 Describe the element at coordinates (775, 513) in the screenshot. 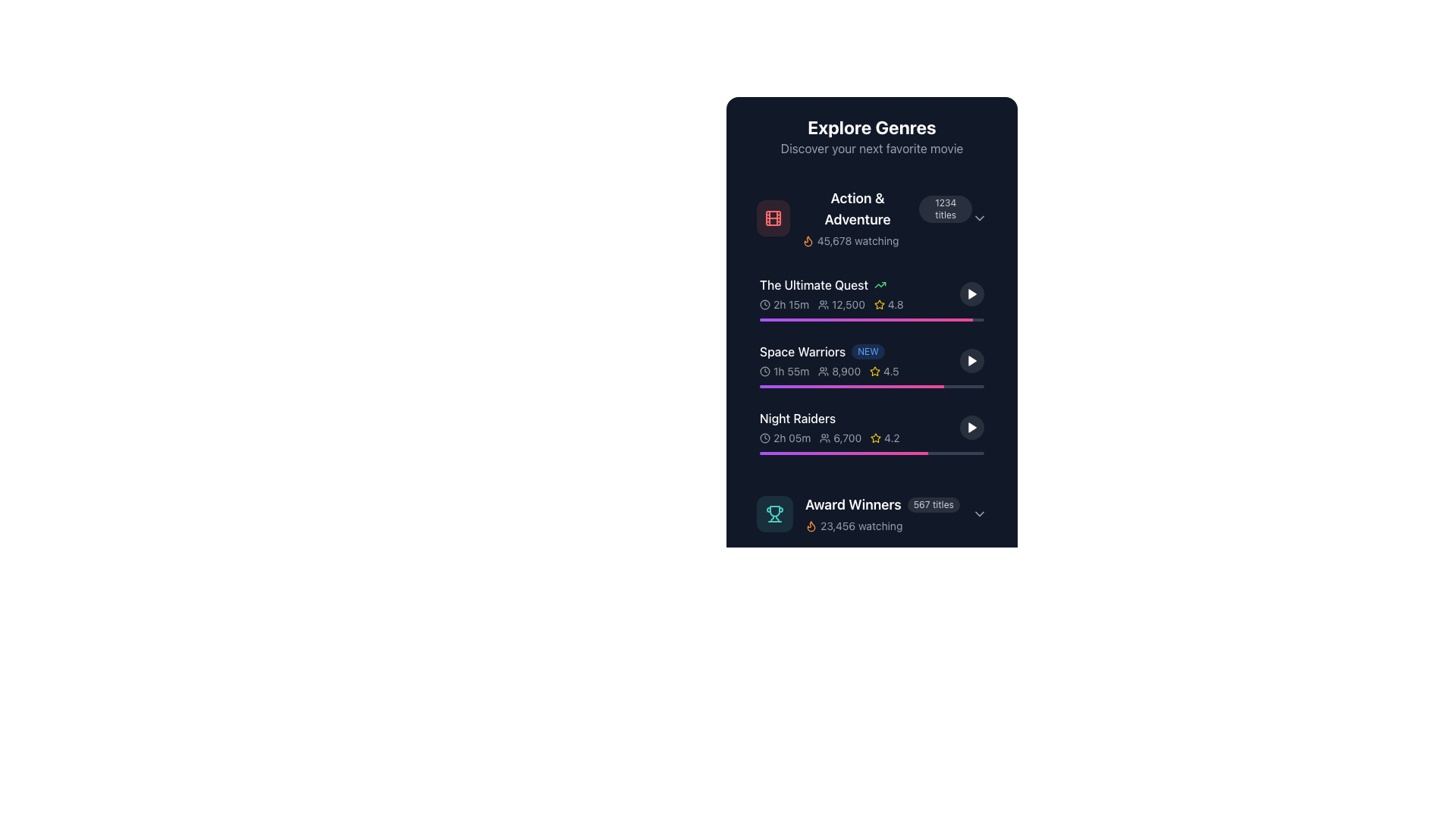

I see `the trophy icon in the 'Award Winners' section, which is visually represented with a light green trophy on a translucent darker circular background` at that location.